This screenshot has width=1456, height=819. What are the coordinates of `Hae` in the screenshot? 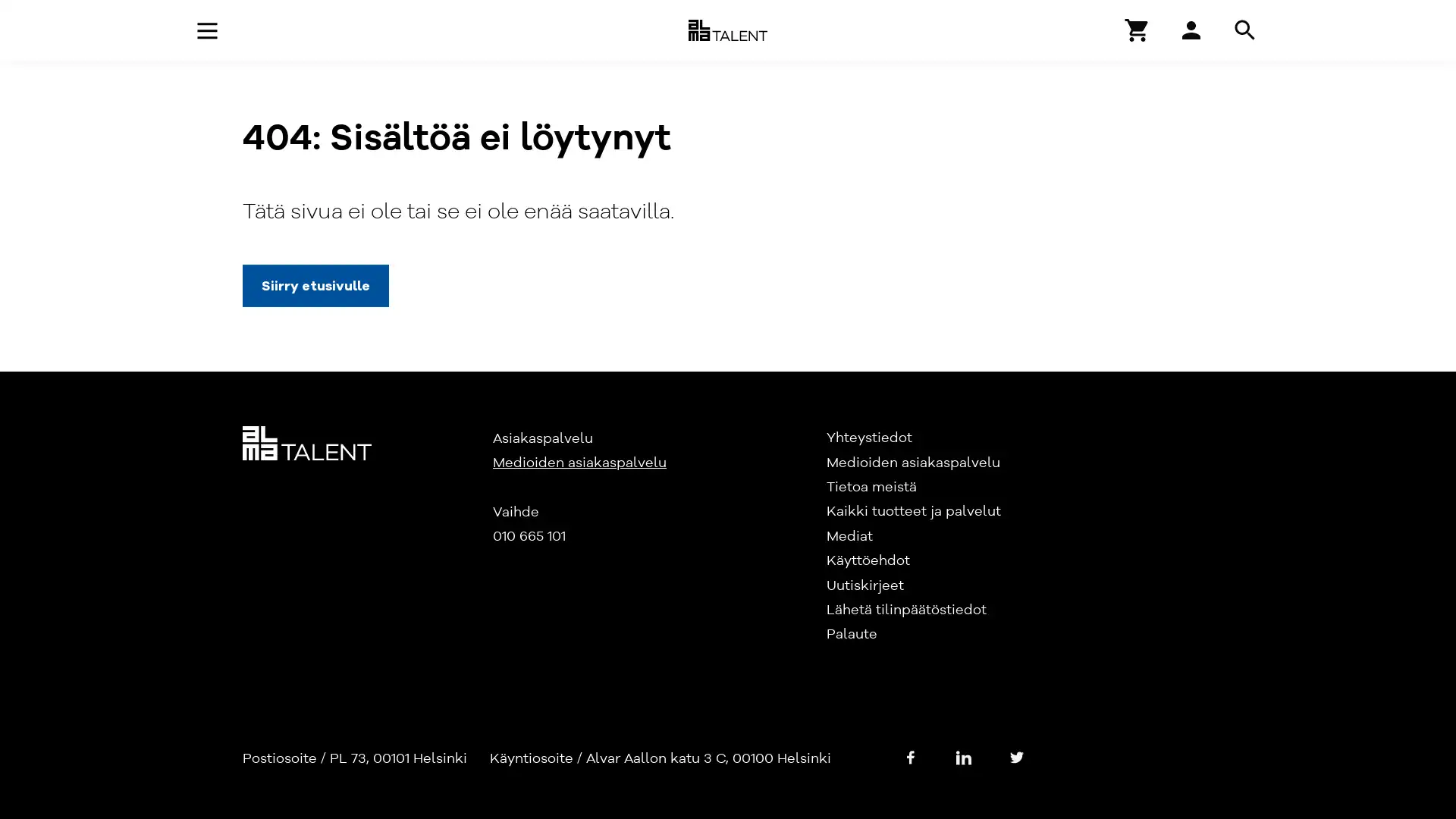 It's located at (1190, 30).